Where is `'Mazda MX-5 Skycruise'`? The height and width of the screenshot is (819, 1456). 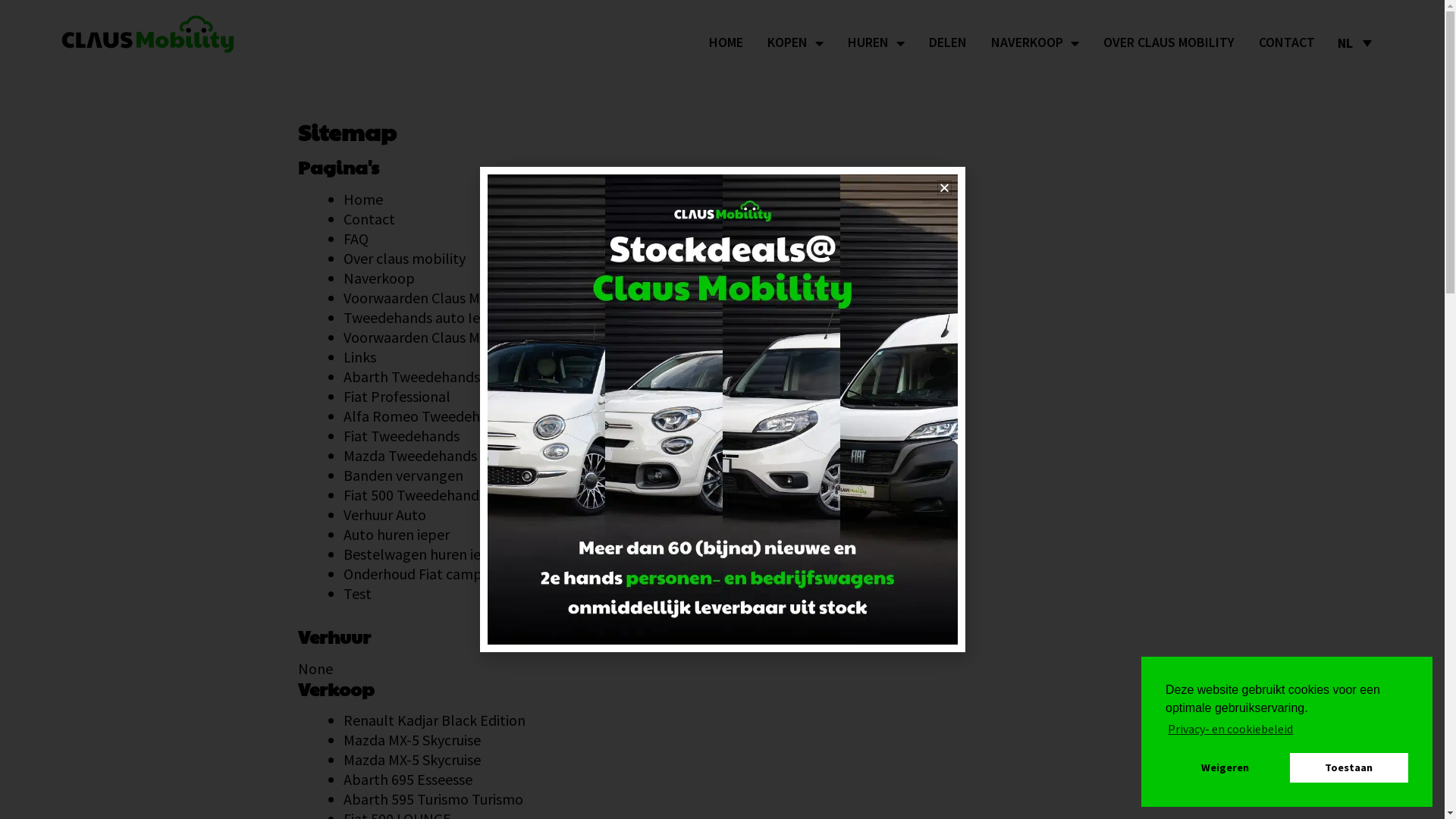
'Mazda MX-5 Skycruise' is located at coordinates (411, 739).